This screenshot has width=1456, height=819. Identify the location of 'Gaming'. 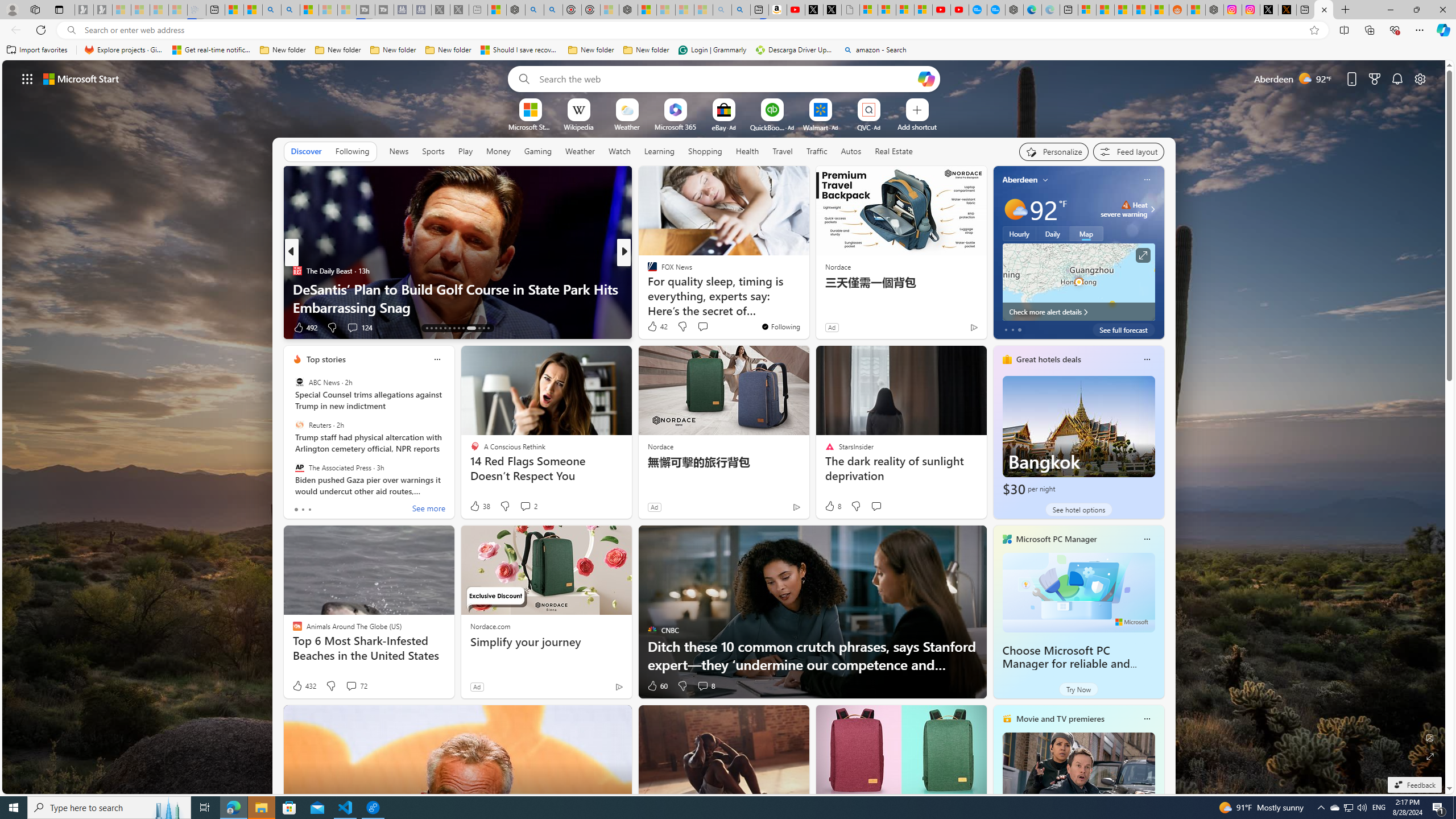
(537, 151).